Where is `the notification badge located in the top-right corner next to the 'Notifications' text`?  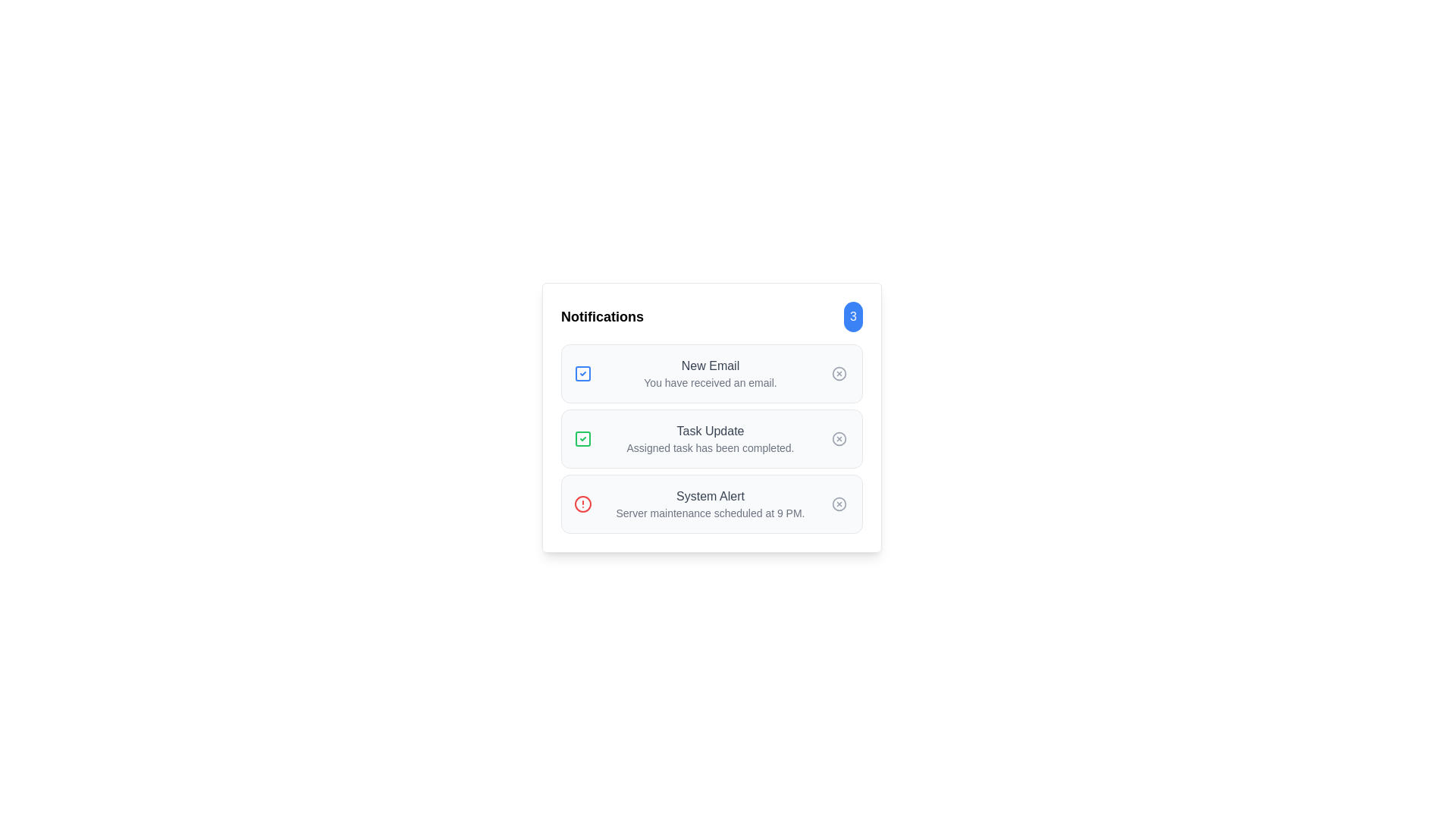
the notification badge located in the top-right corner next to the 'Notifications' text is located at coordinates (853, 315).